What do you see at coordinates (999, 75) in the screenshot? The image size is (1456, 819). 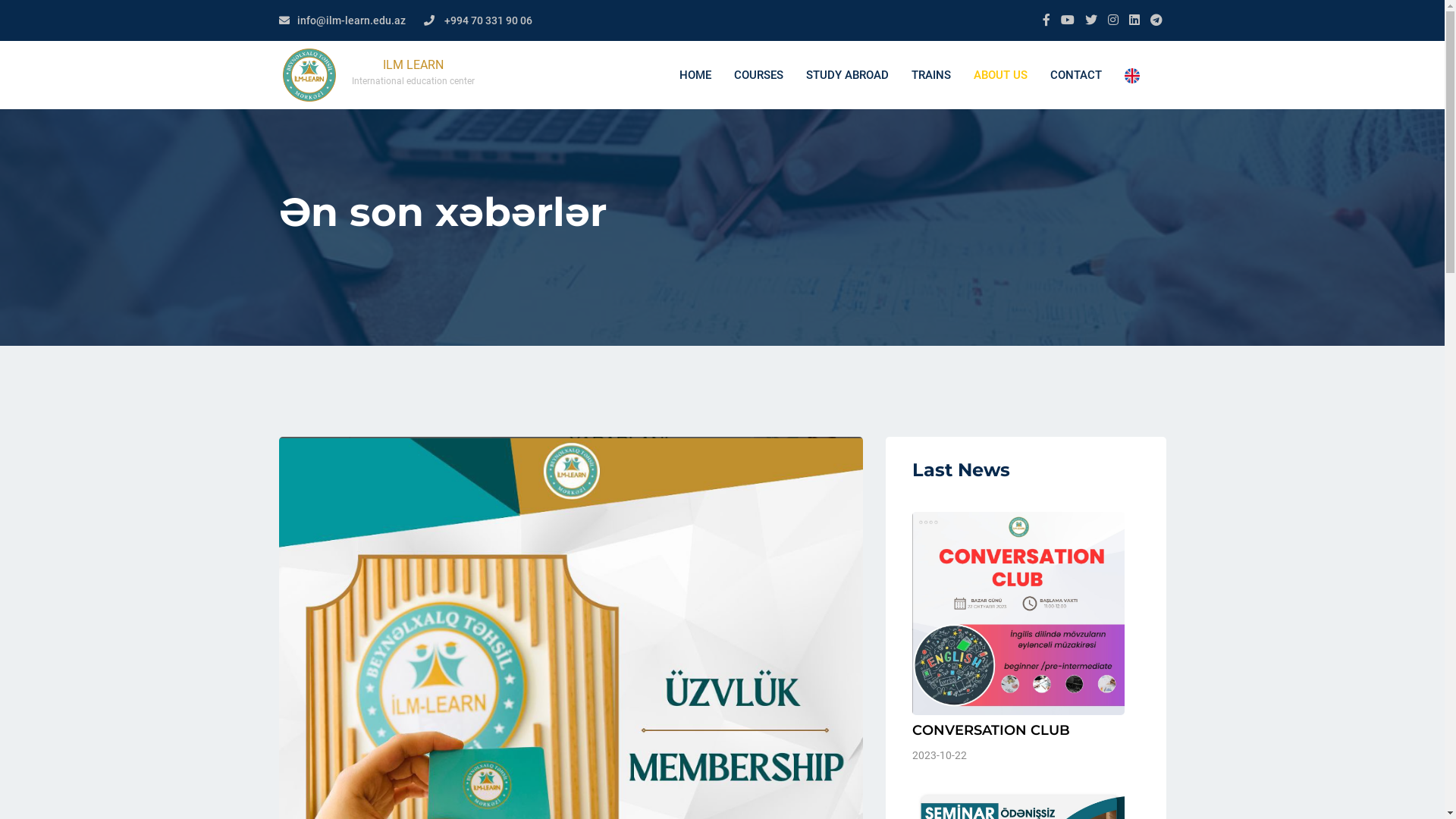 I see `'ABOUT US'` at bounding box center [999, 75].